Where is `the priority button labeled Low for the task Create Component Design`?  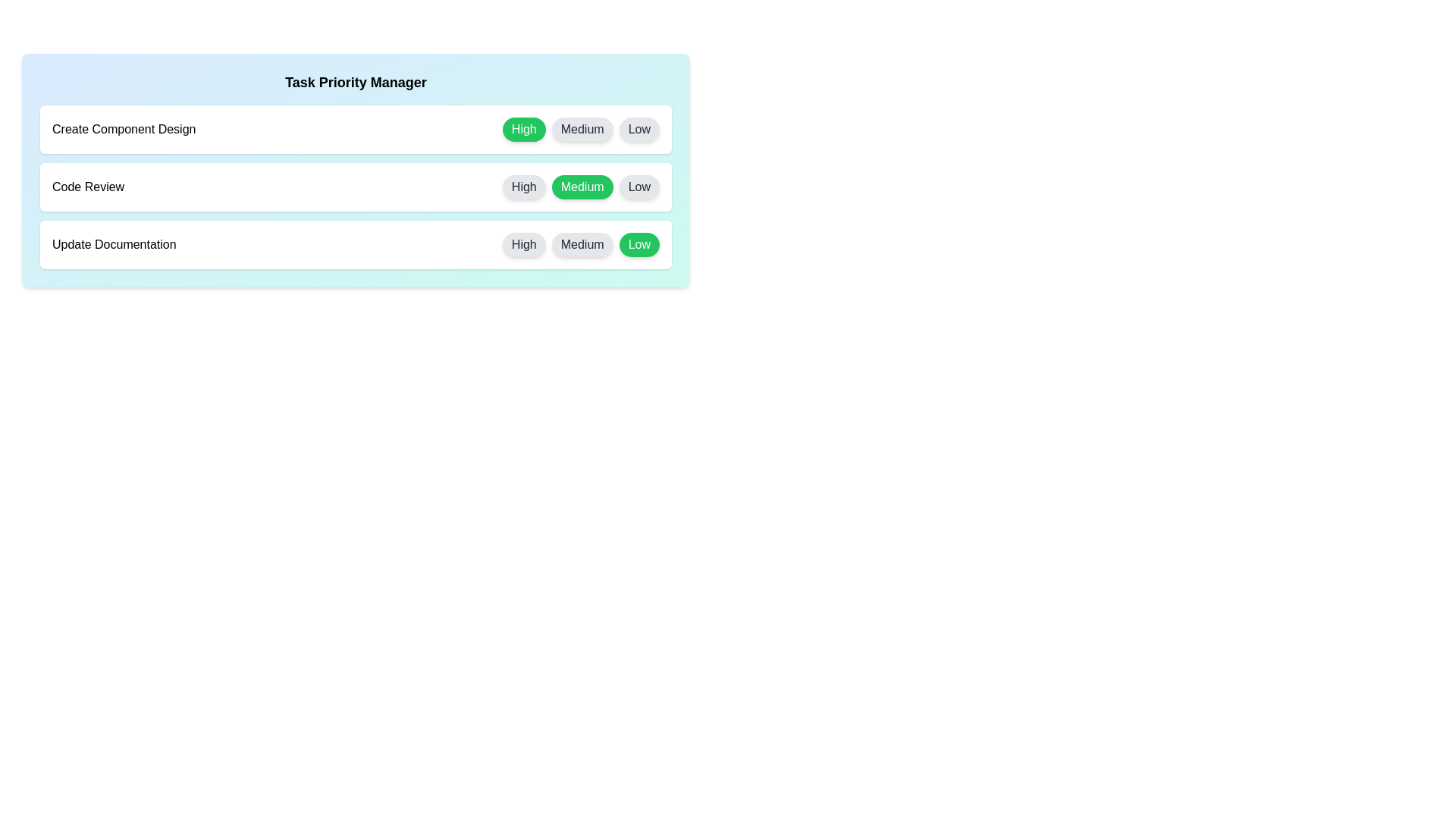 the priority button labeled Low for the task Create Component Design is located at coordinates (639, 128).